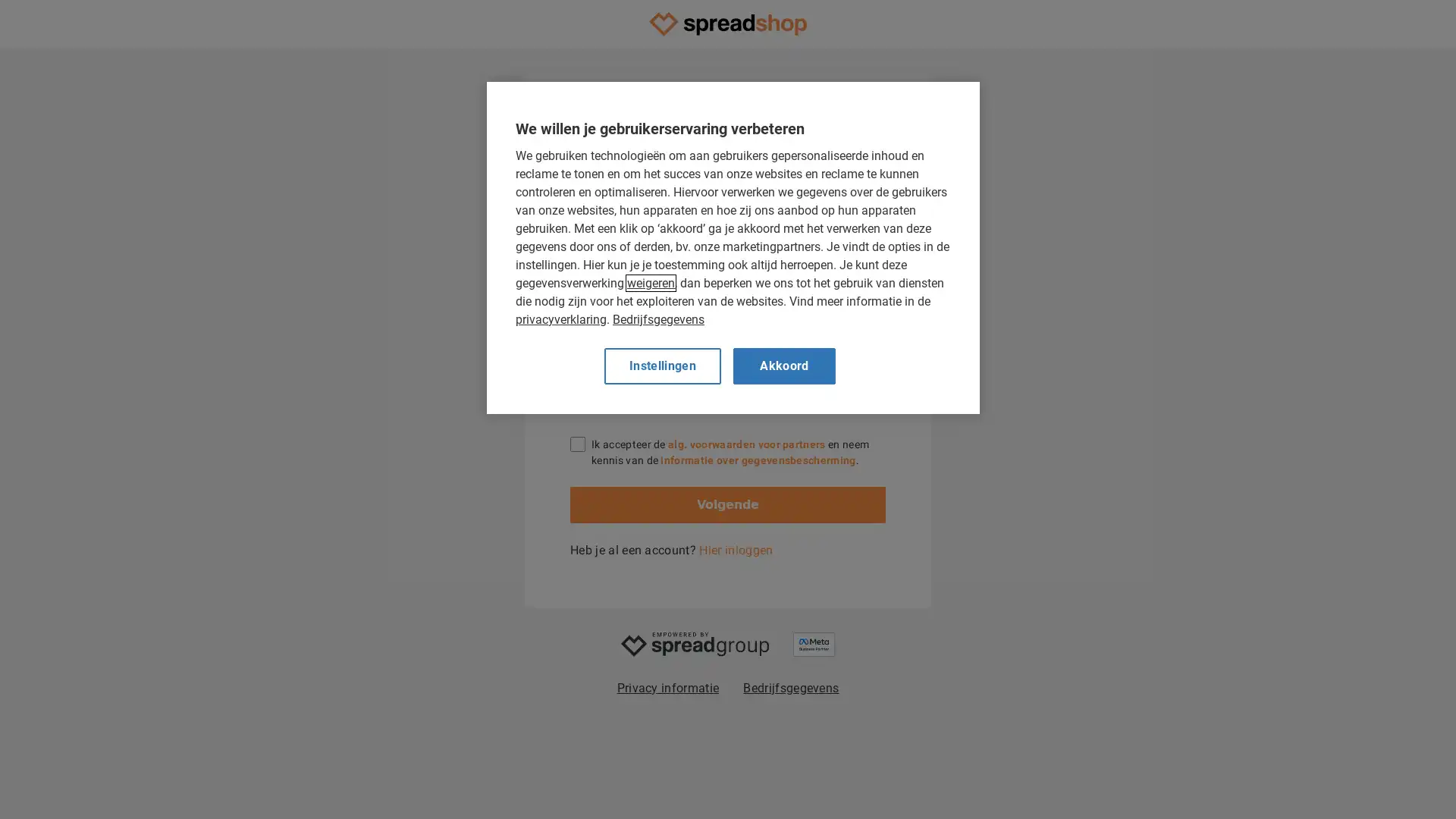 This screenshot has width=1456, height=819. I want to click on Akkoord, so click(784, 366).